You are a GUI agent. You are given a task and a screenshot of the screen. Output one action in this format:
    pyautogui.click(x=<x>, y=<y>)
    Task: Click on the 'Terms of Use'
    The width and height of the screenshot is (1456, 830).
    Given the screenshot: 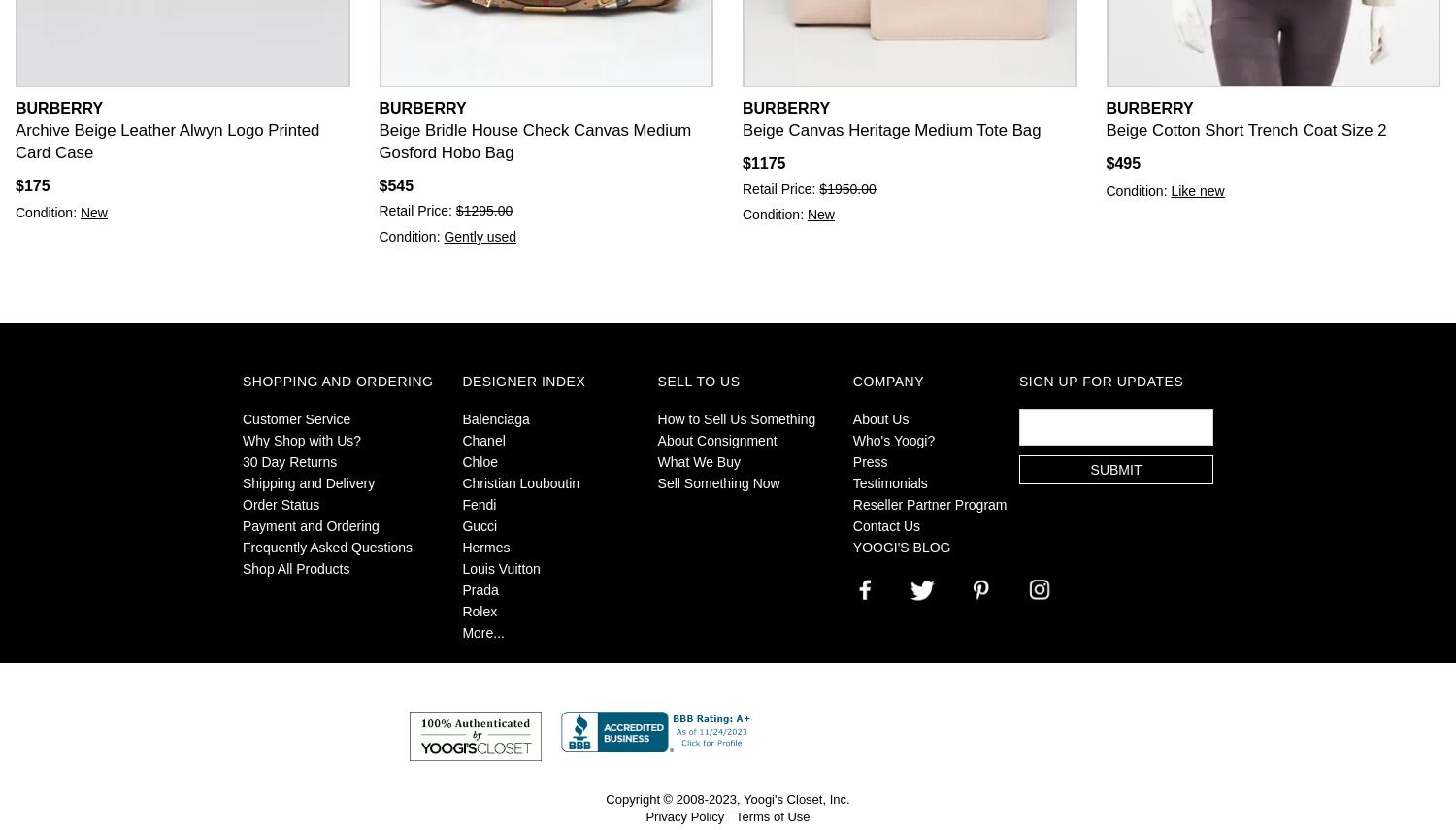 What is the action you would take?
    pyautogui.click(x=772, y=815)
    